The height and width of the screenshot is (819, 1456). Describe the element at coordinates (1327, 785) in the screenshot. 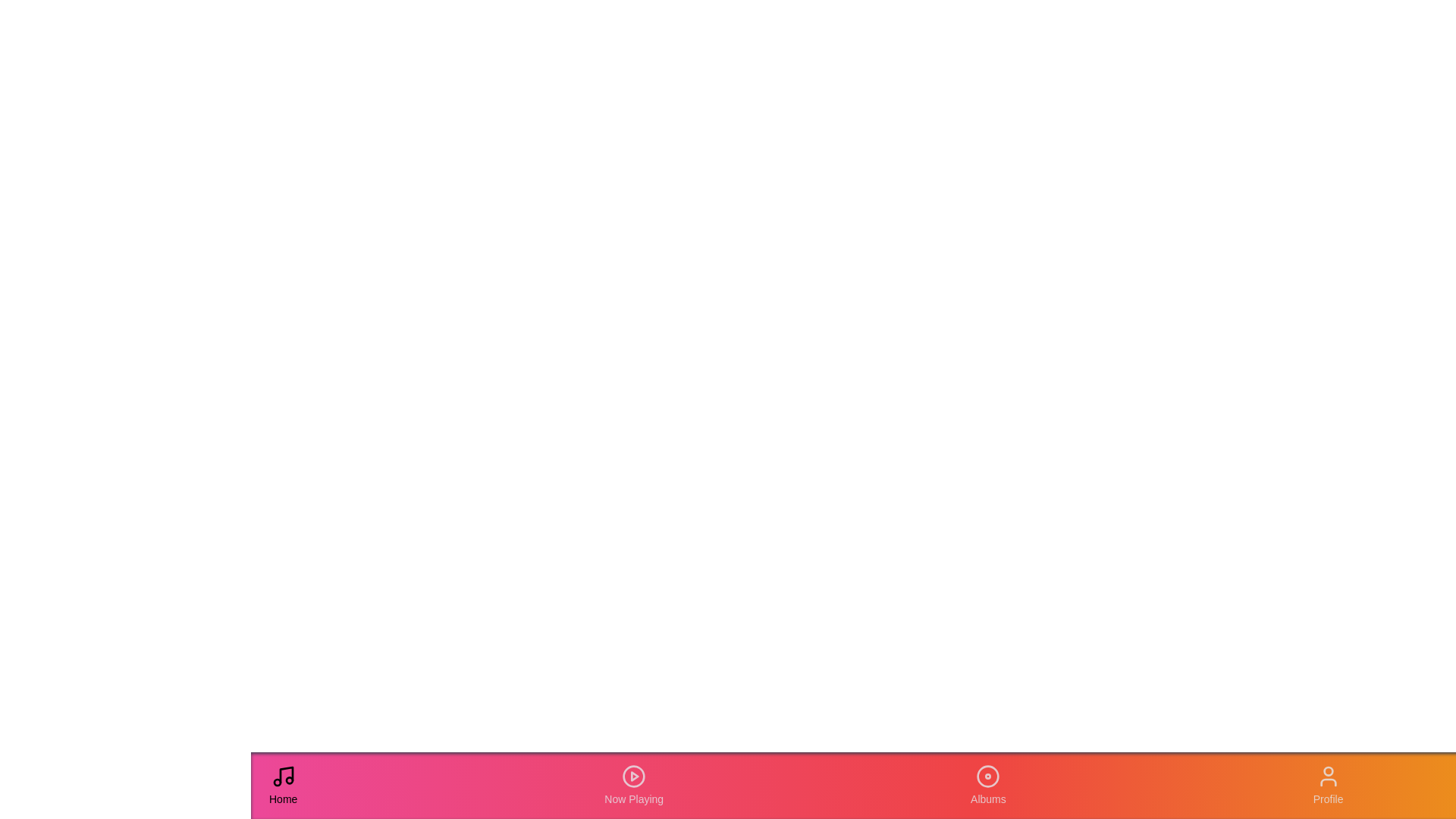

I see `the icon corresponding to Profile` at that location.